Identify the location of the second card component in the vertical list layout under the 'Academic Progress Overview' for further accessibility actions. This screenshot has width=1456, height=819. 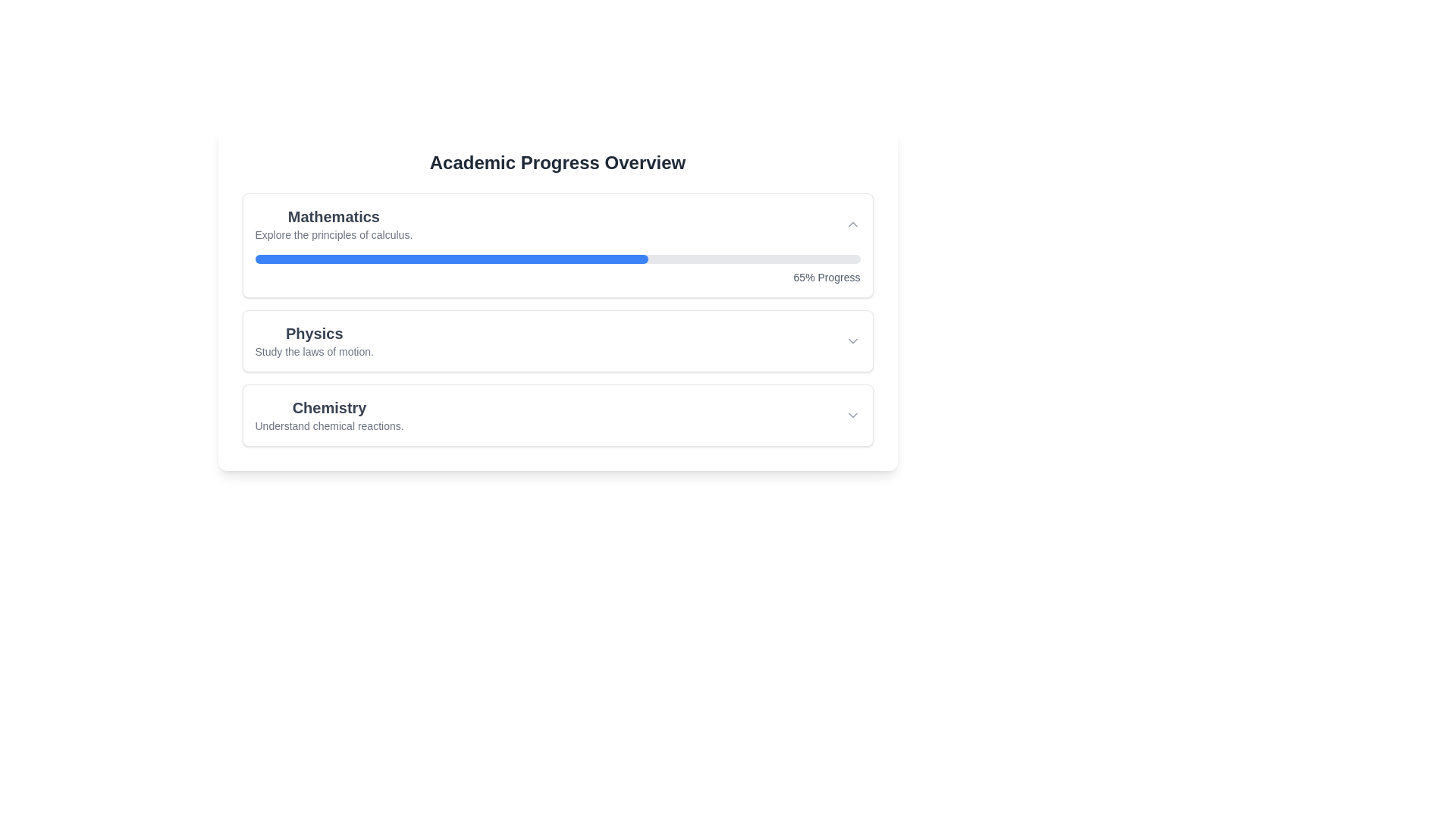
(557, 318).